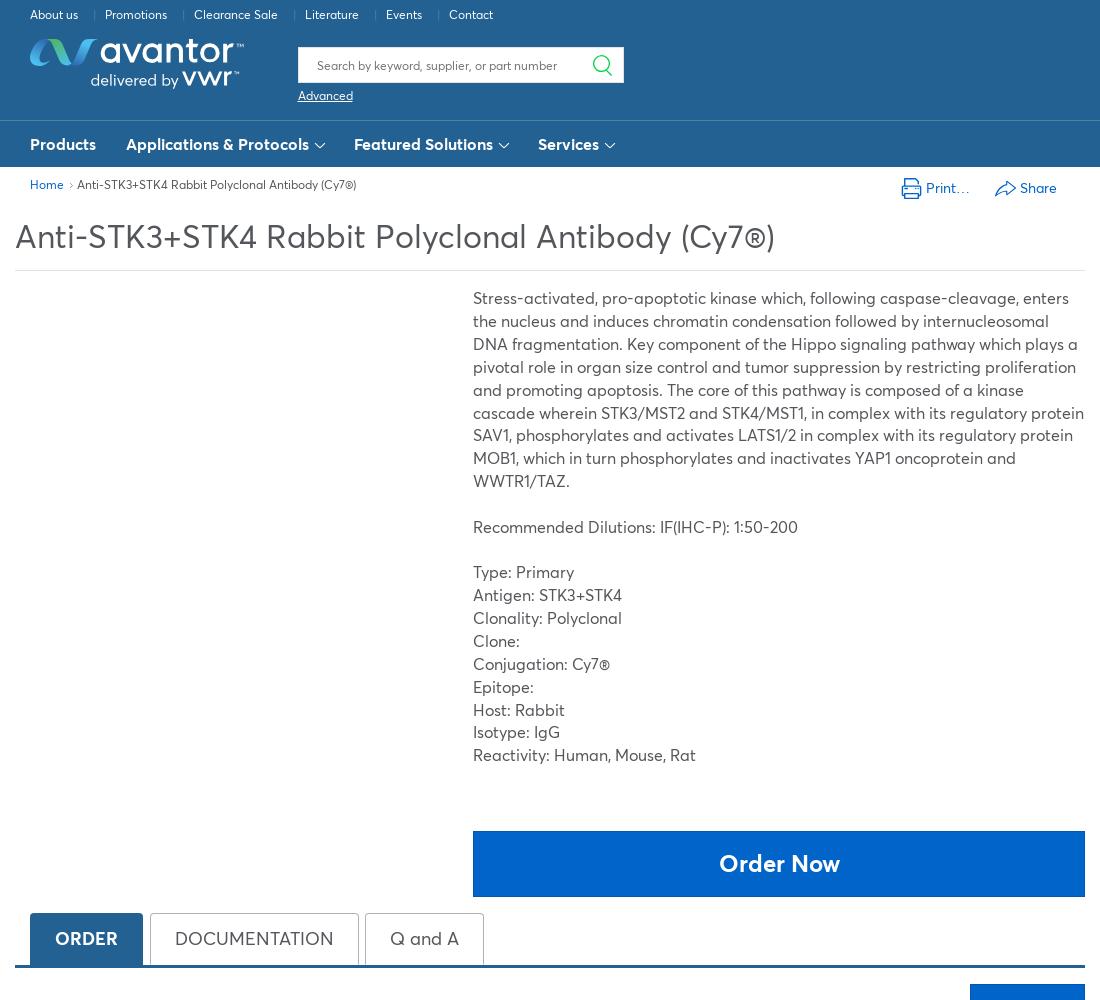 The width and height of the screenshot is (1100, 1000). I want to click on 'Stress-activated, pro-apoptotic kinase which, following caspase-cleavage, enters the nucleus and induces chromatin condensation followed by internucleosomal DNA fragmentation. Key component of the Hippo signaling pathway which plays a pivotal role in organ size control and tumor suppression by restricting proliferation and promoting apoptosis. The core of this pathway is composed of a kinase cascade wherein STK3/MST2 and STK4/MST1, in complex with its regulatory protein SAV1, phosphorylates and activates LATS1/2 in complex with its regulatory protein MOB1, which in turn phosphorylates and inactivates YAP1 oncoprotein and WWTR1/TAZ.', so click(778, 389).